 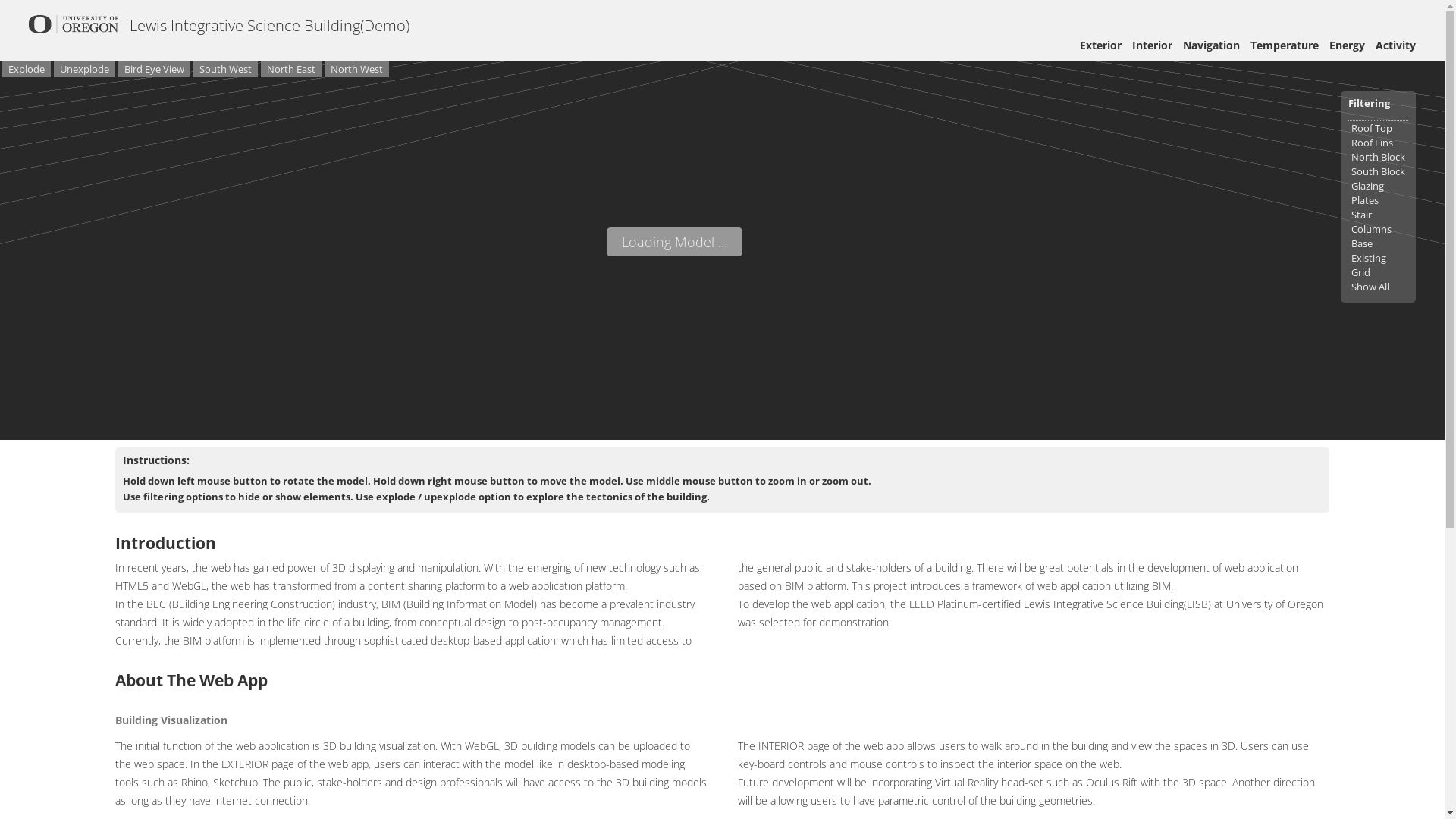 What do you see at coordinates (154, 69) in the screenshot?
I see `'Bird Eye View'` at bounding box center [154, 69].